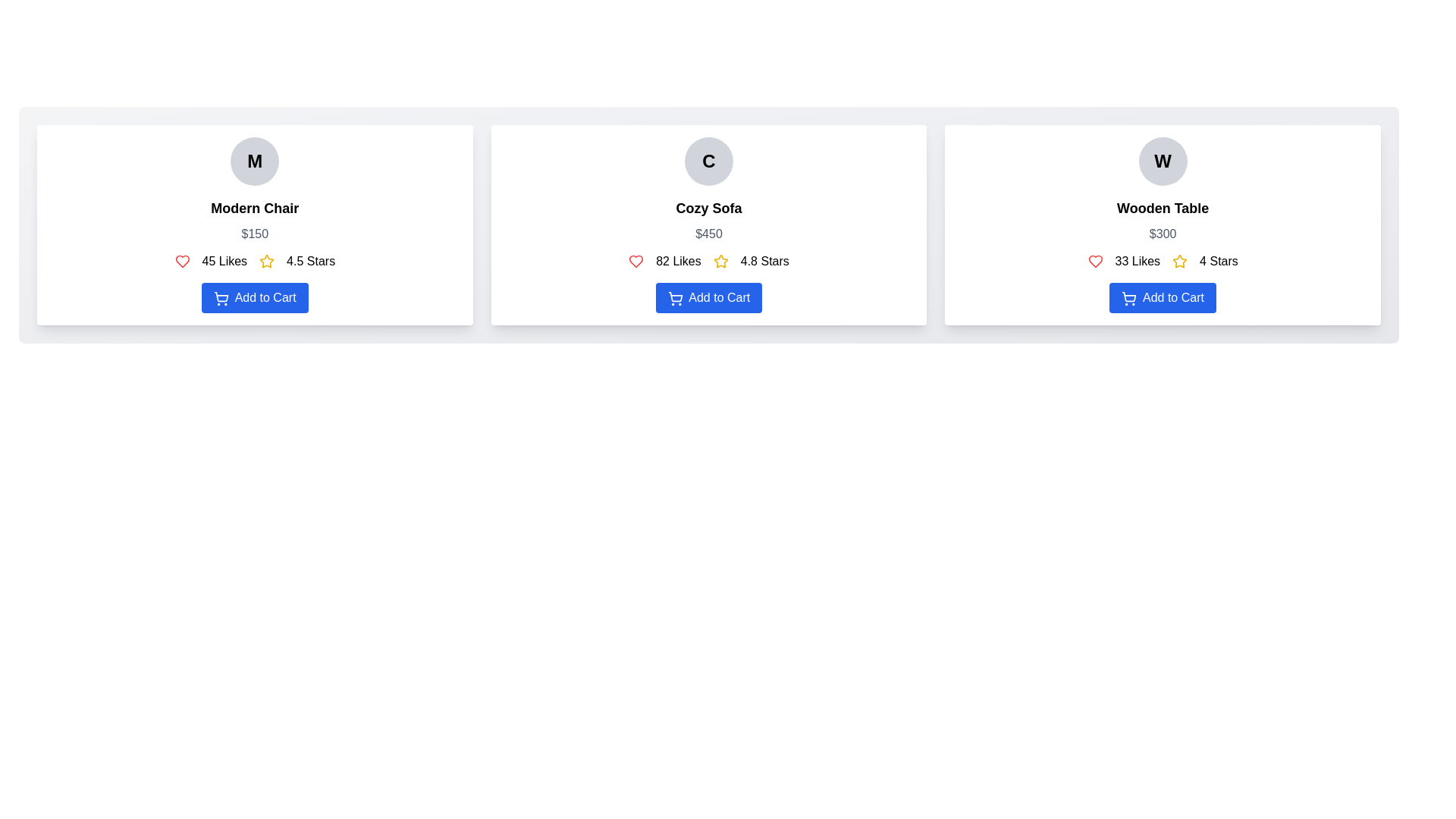 The width and height of the screenshot is (1456, 819). Describe the element at coordinates (764, 260) in the screenshot. I see `average user rating displayed in the second product card's text display, located underneath the product title and price, to understand the product's evaluation` at that location.